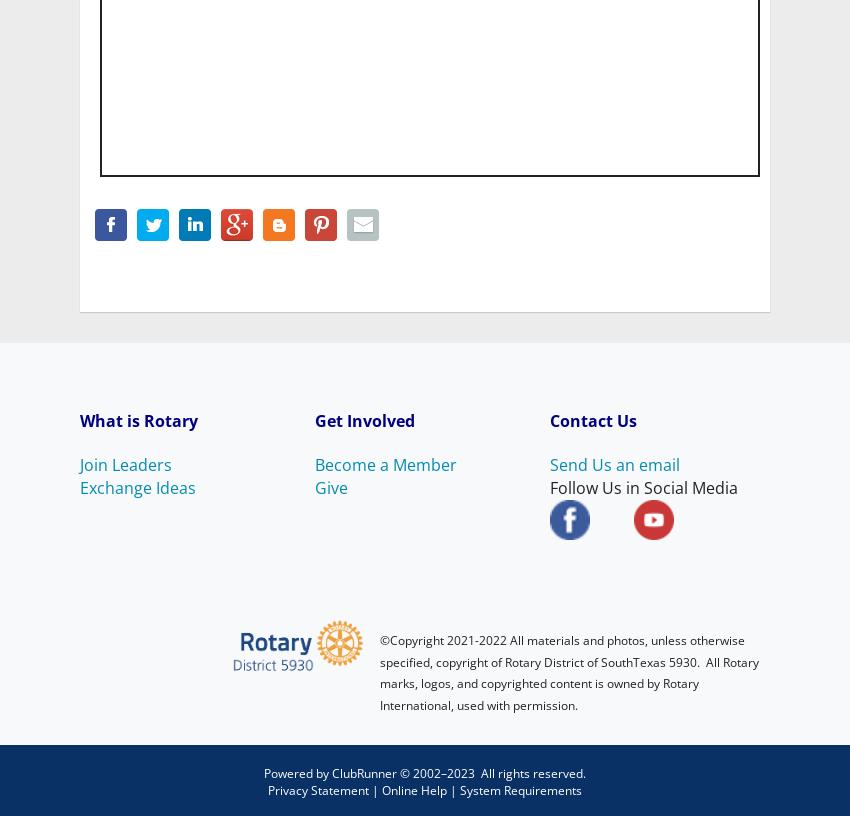  Describe the element at coordinates (141, 418) in the screenshot. I see `'What is Rotary'` at that location.